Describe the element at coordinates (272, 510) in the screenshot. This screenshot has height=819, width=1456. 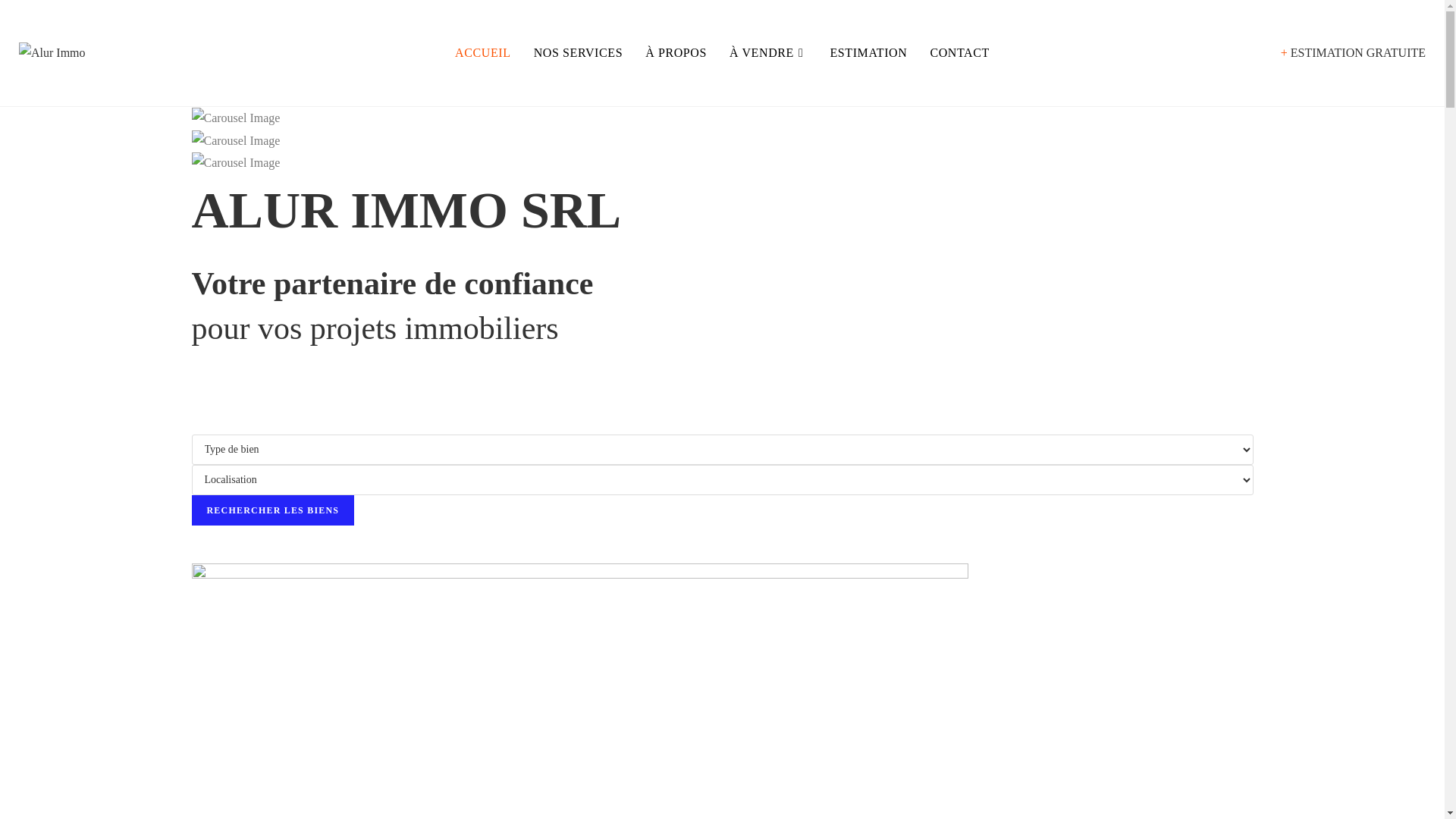
I see `'Rechercher les biens'` at that location.